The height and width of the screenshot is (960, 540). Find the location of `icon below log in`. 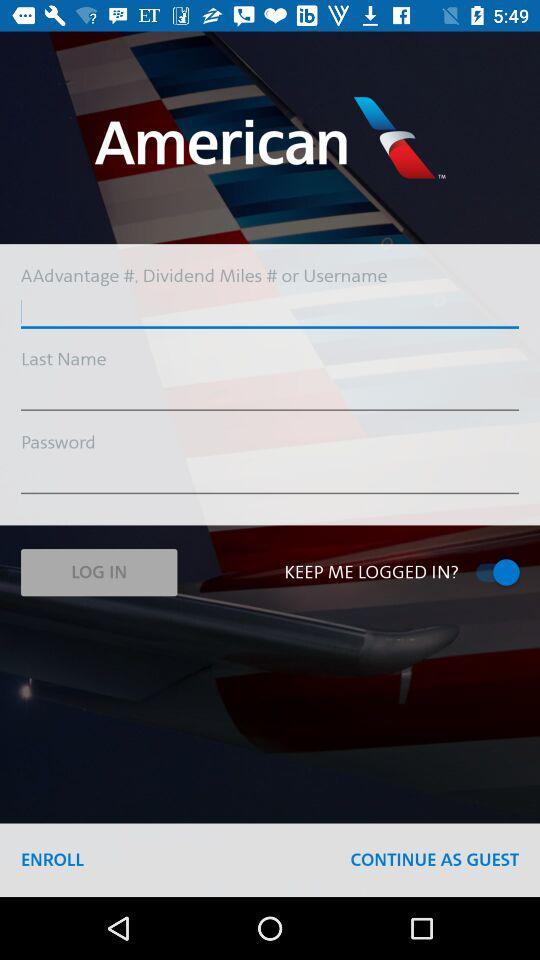

icon below log in is located at coordinates (52, 859).